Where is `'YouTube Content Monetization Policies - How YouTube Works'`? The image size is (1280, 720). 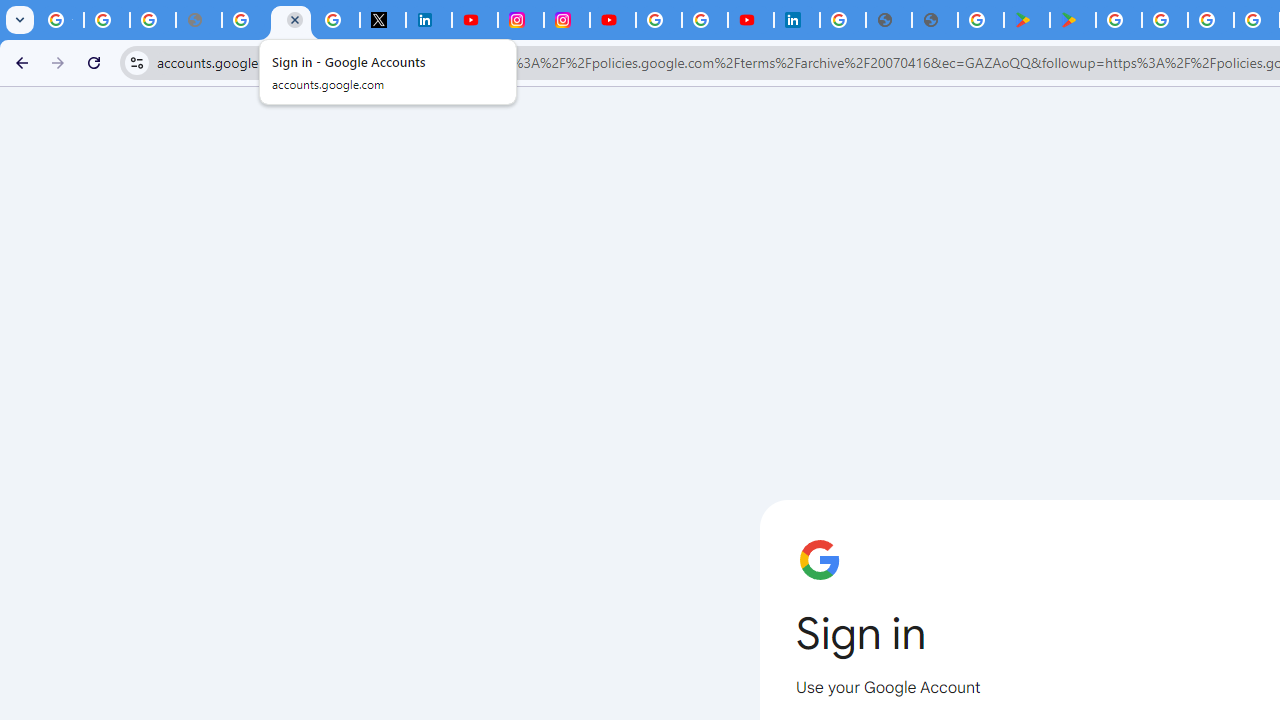
'YouTube Content Monetization Policies - How YouTube Works' is located at coordinates (473, 20).